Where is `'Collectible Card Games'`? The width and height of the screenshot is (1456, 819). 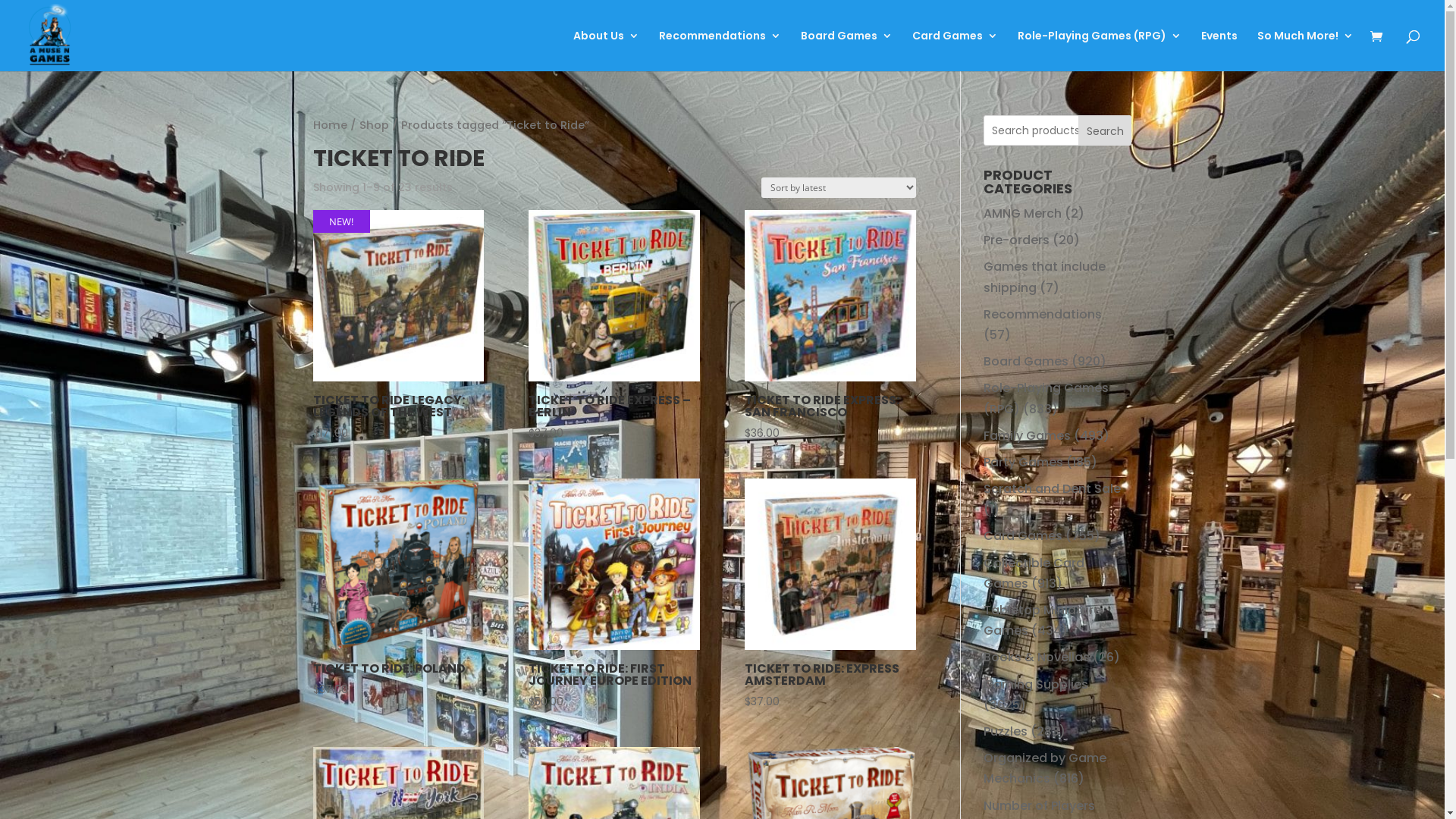
'Collectible Card Games' is located at coordinates (1033, 573).